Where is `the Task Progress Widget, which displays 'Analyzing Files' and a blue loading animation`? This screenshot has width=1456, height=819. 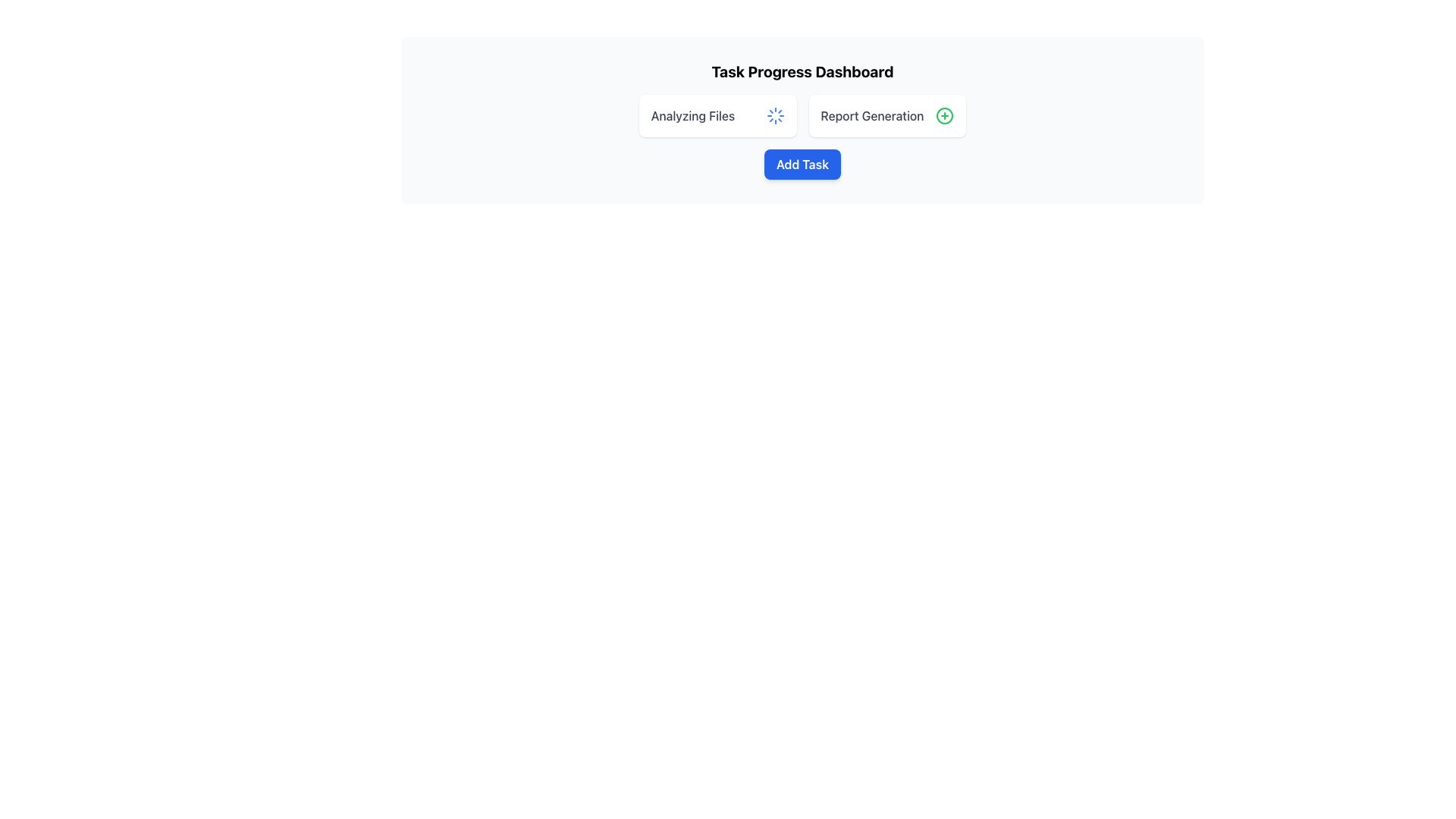 the Task Progress Widget, which displays 'Analyzing Files' and a blue loading animation is located at coordinates (717, 115).